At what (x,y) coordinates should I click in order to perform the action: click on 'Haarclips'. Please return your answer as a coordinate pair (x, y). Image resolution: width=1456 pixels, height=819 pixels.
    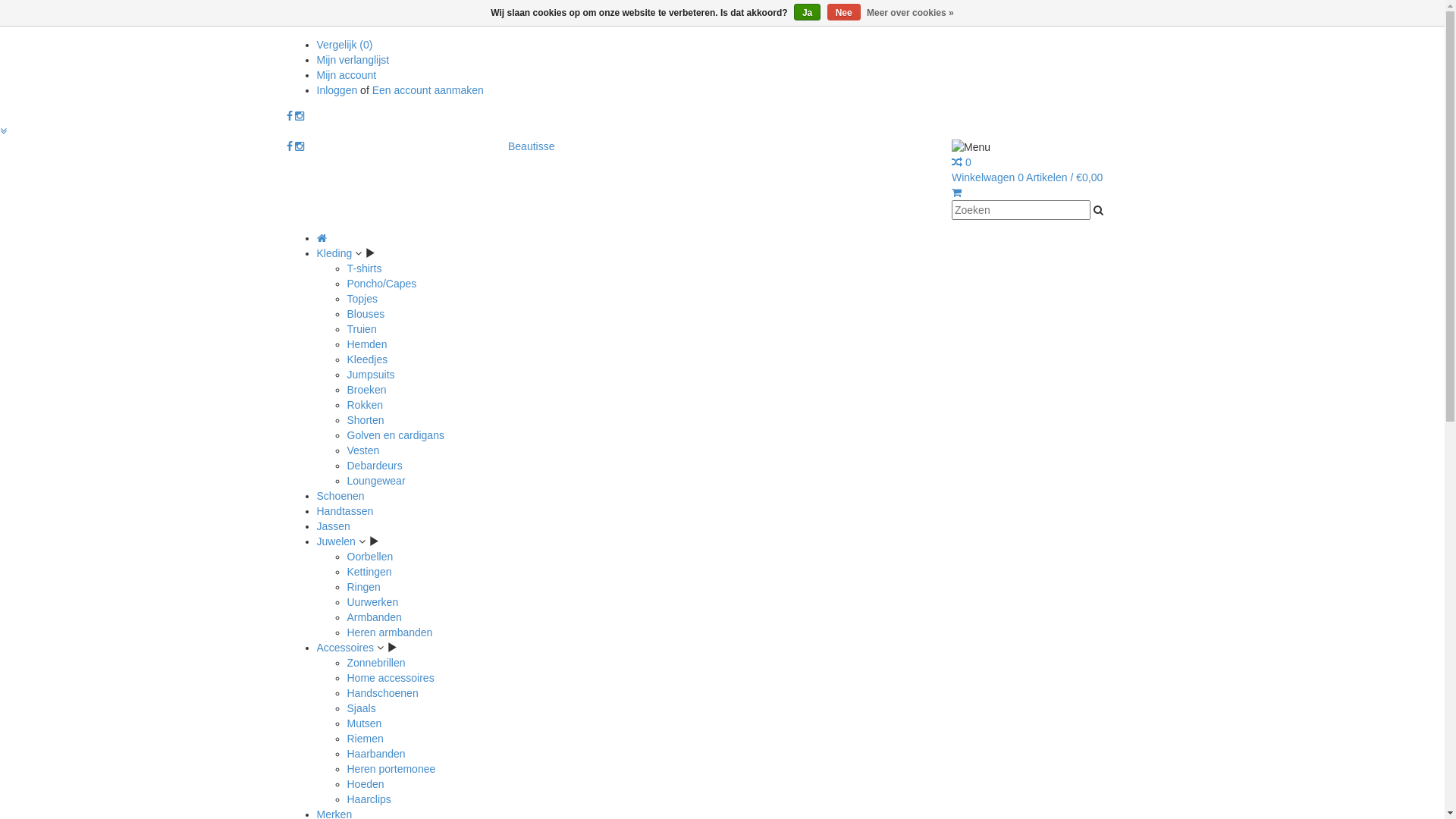
    Looking at the image, I should click on (369, 798).